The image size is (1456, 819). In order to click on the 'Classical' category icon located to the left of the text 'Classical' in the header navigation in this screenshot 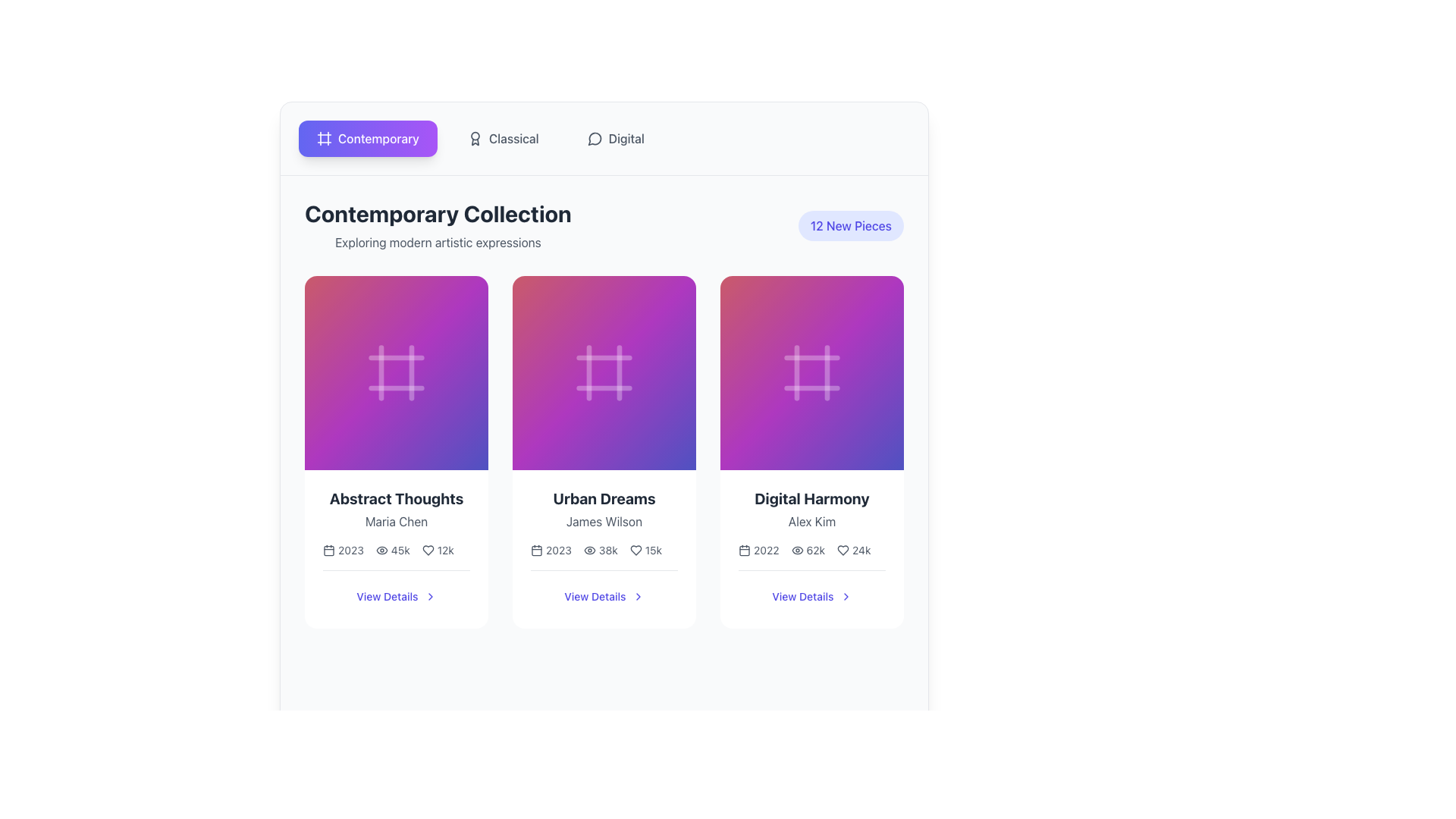, I will do `click(474, 138)`.